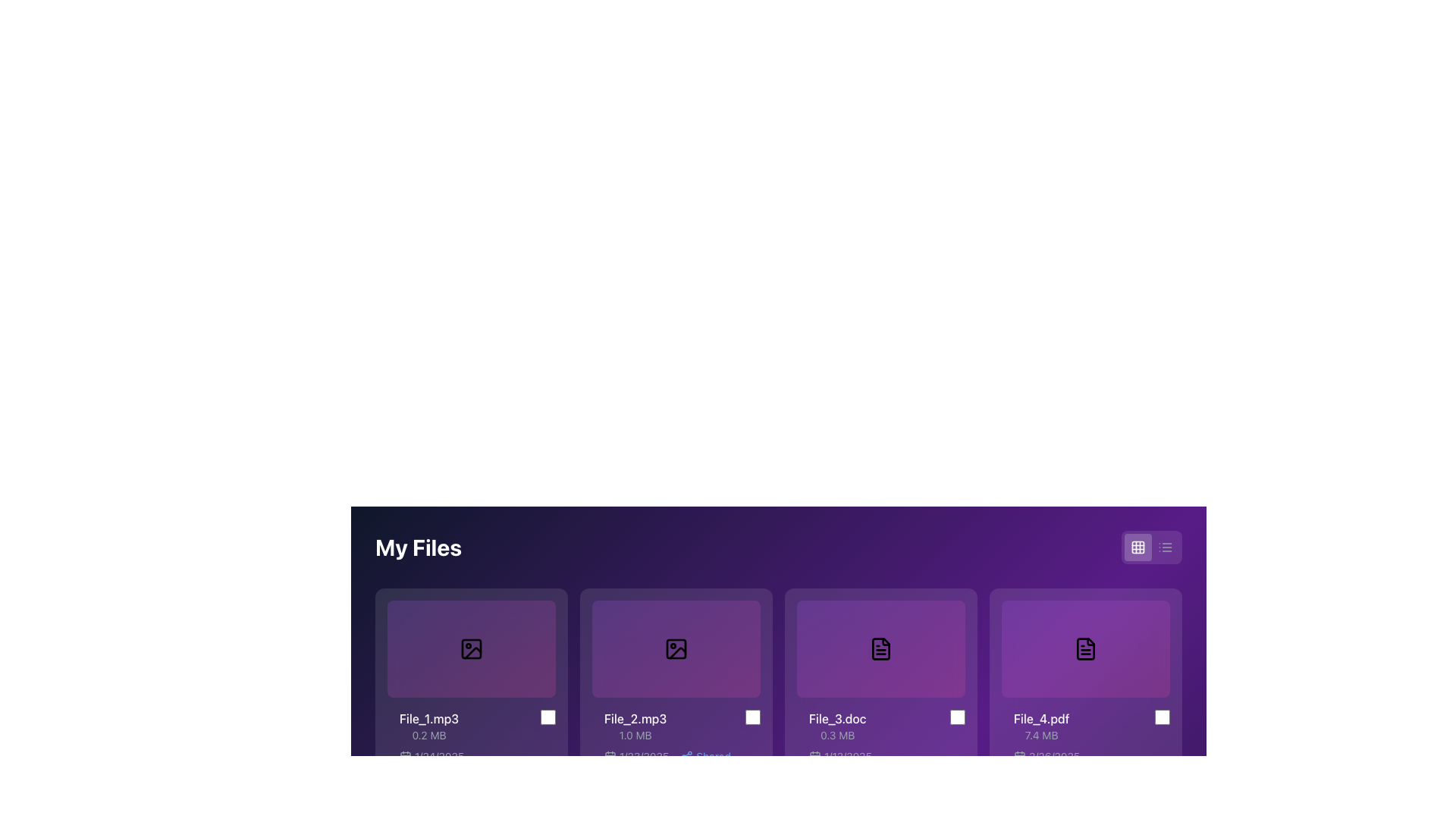 The width and height of the screenshot is (1456, 819). What do you see at coordinates (1040, 725) in the screenshot?
I see `displayed text from the label that shows the file name and size for 'File_4.pdf', which is located at the bottom-right area of the fourth file card in a horizontal list` at bounding box center [1040, 725].